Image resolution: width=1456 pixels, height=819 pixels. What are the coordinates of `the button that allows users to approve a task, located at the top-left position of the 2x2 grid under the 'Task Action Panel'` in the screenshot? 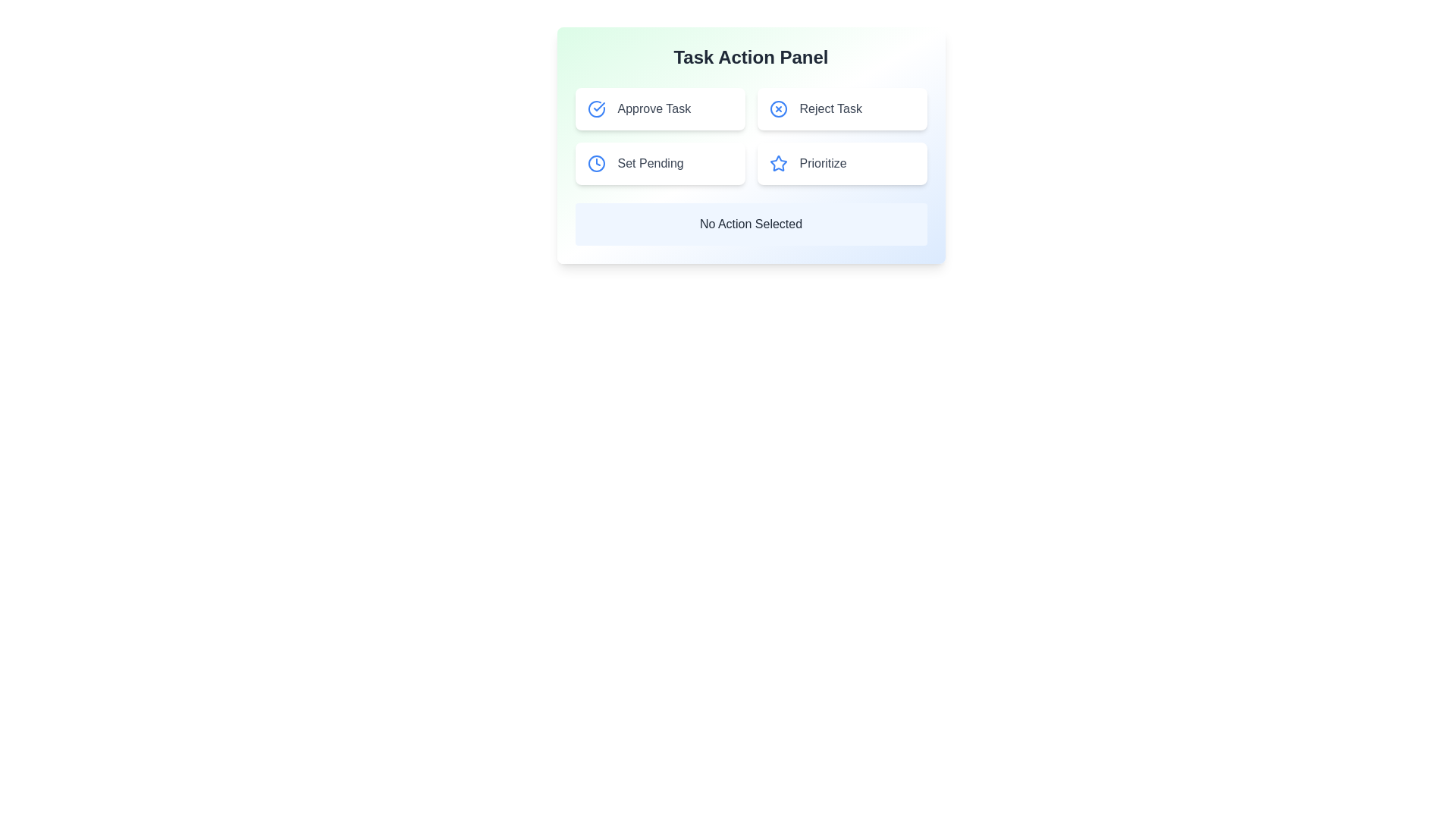 It's located at (660, 108).